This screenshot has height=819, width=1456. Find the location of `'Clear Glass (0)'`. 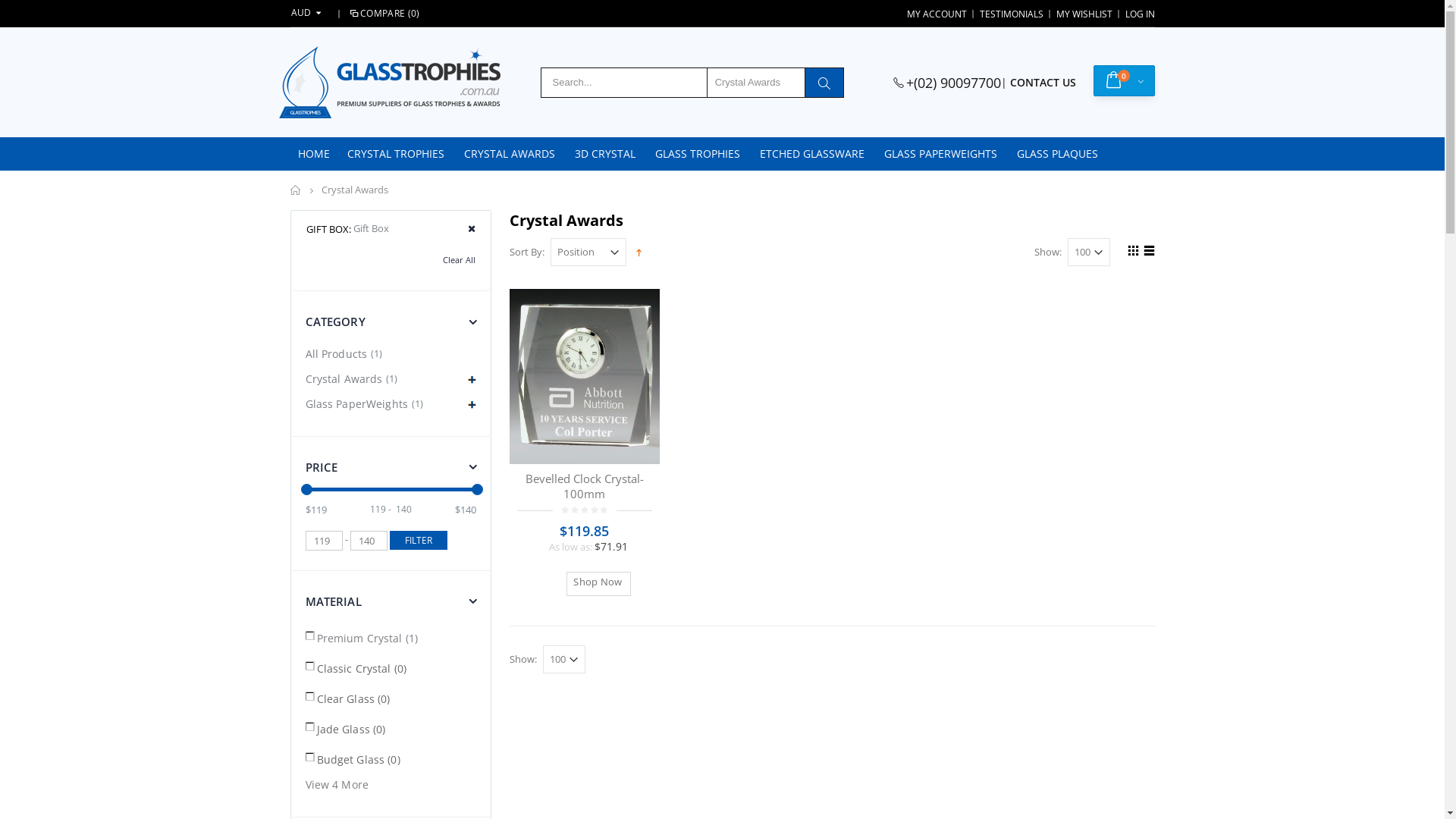

'Clear Glass (0)' is located at coordinates (348, 696).